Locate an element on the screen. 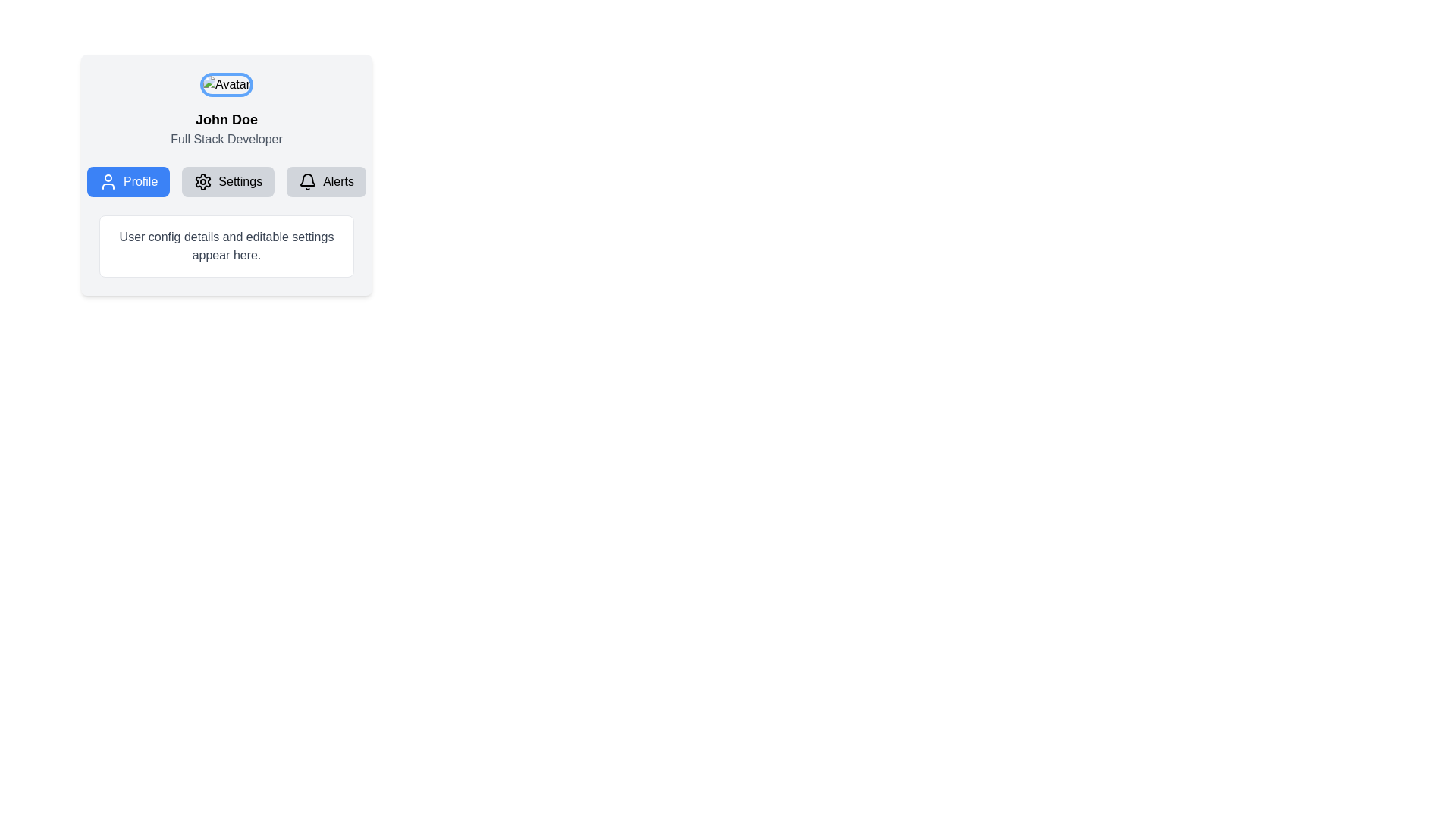 The width and height of the screenshot is (1456, 819). the clickable button which contains a text label and is positioned to the right of a user profile icon within a blue button group located in the left portion of the interface is located at coordinates (140, 180).